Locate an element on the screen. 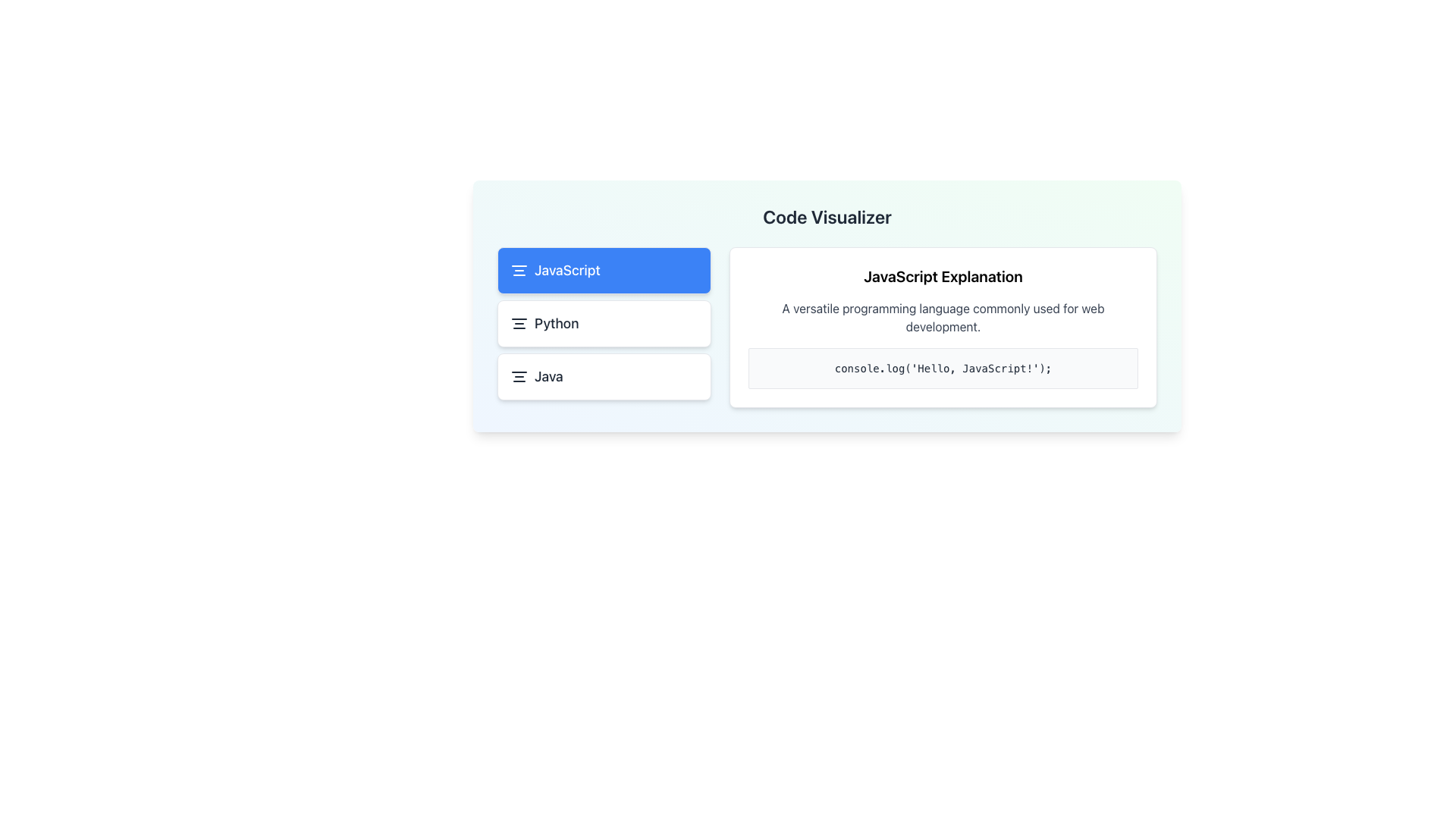  to select the bolded label with the text 'Python', which is positioned between an icon on the left and an empty area on the right, located in the left panel of the interface is located at coordinates (556, 323).